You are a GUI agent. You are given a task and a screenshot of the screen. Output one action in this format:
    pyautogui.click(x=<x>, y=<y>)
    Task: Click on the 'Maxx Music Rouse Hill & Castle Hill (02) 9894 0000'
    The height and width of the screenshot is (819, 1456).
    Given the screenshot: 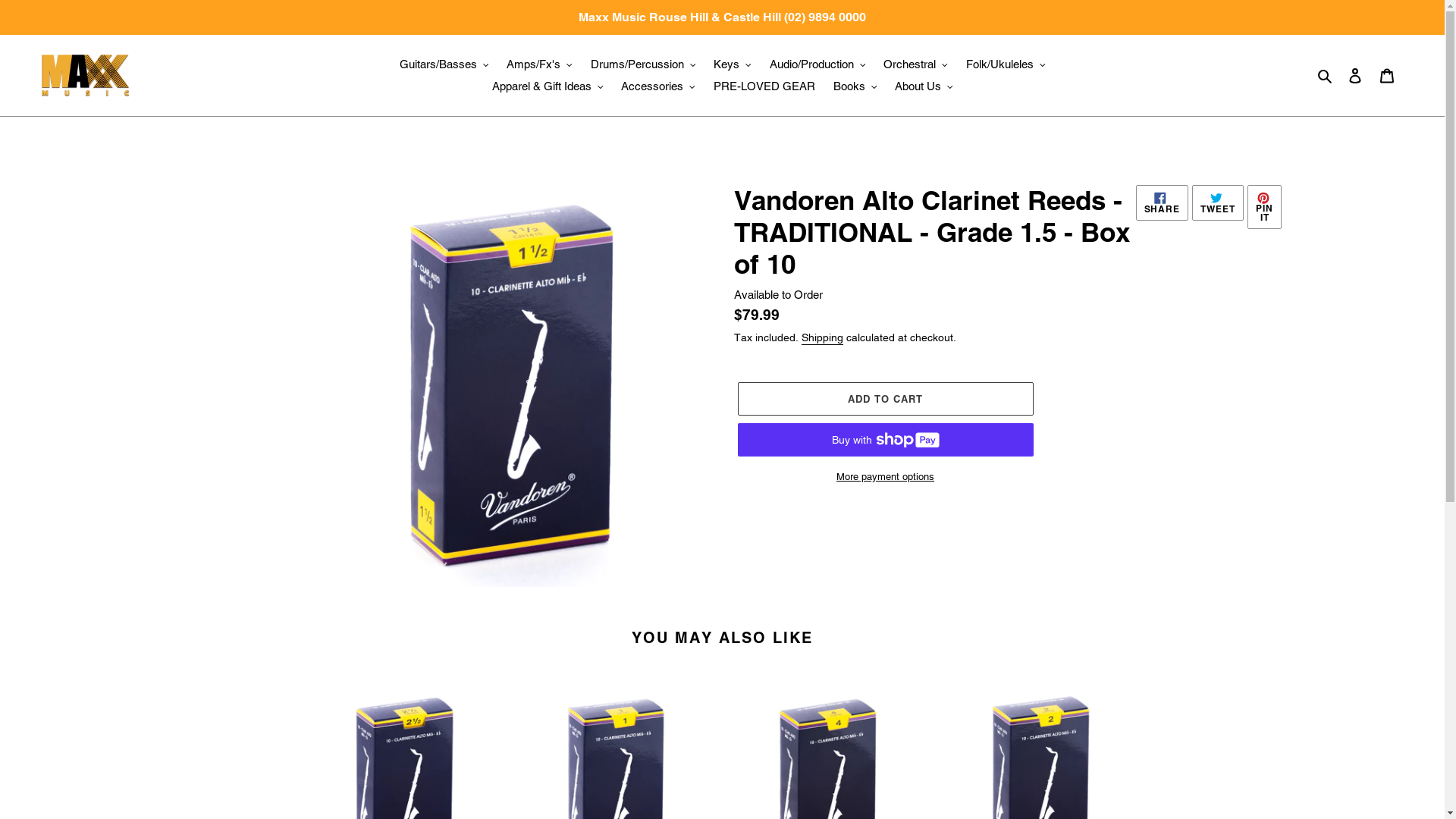 What is the action you would take?
    pyautogui.click(x=0, y=17)
    